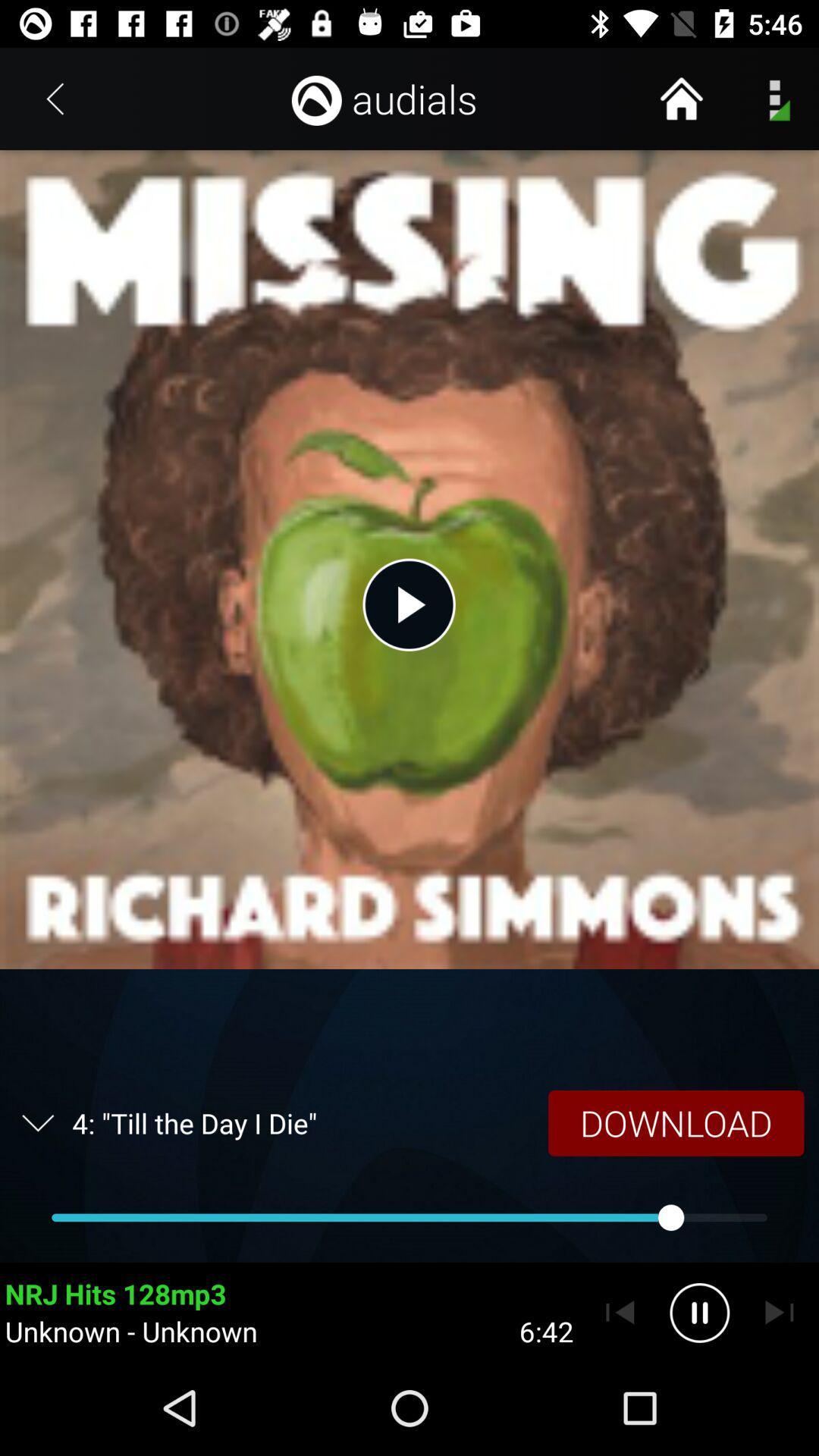  I want to click on previous play, so click(620, 1312).